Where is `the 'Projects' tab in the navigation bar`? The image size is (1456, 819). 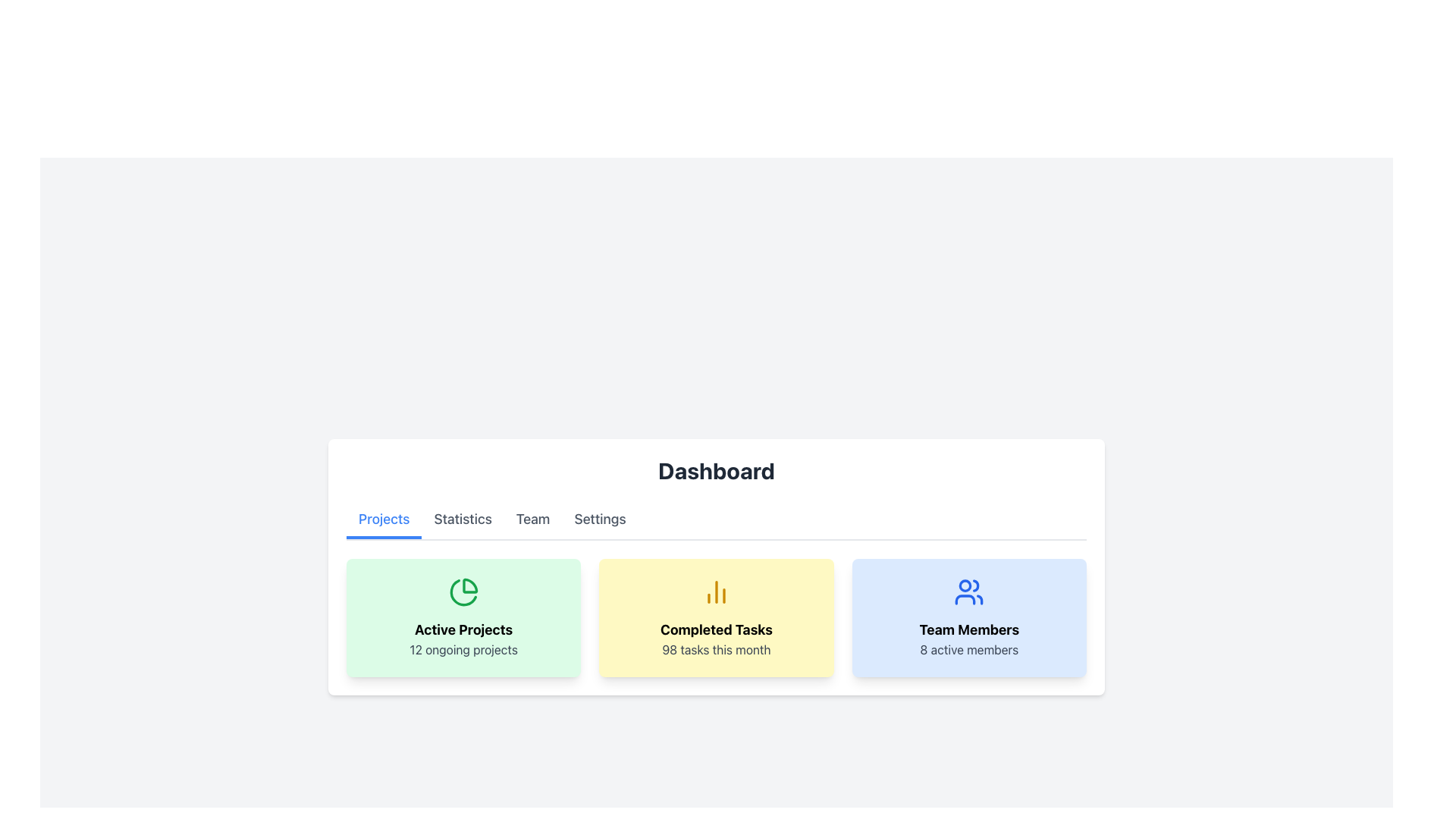
the 'Projects' tab in the navigation bar is located at coordinates (384, 519).